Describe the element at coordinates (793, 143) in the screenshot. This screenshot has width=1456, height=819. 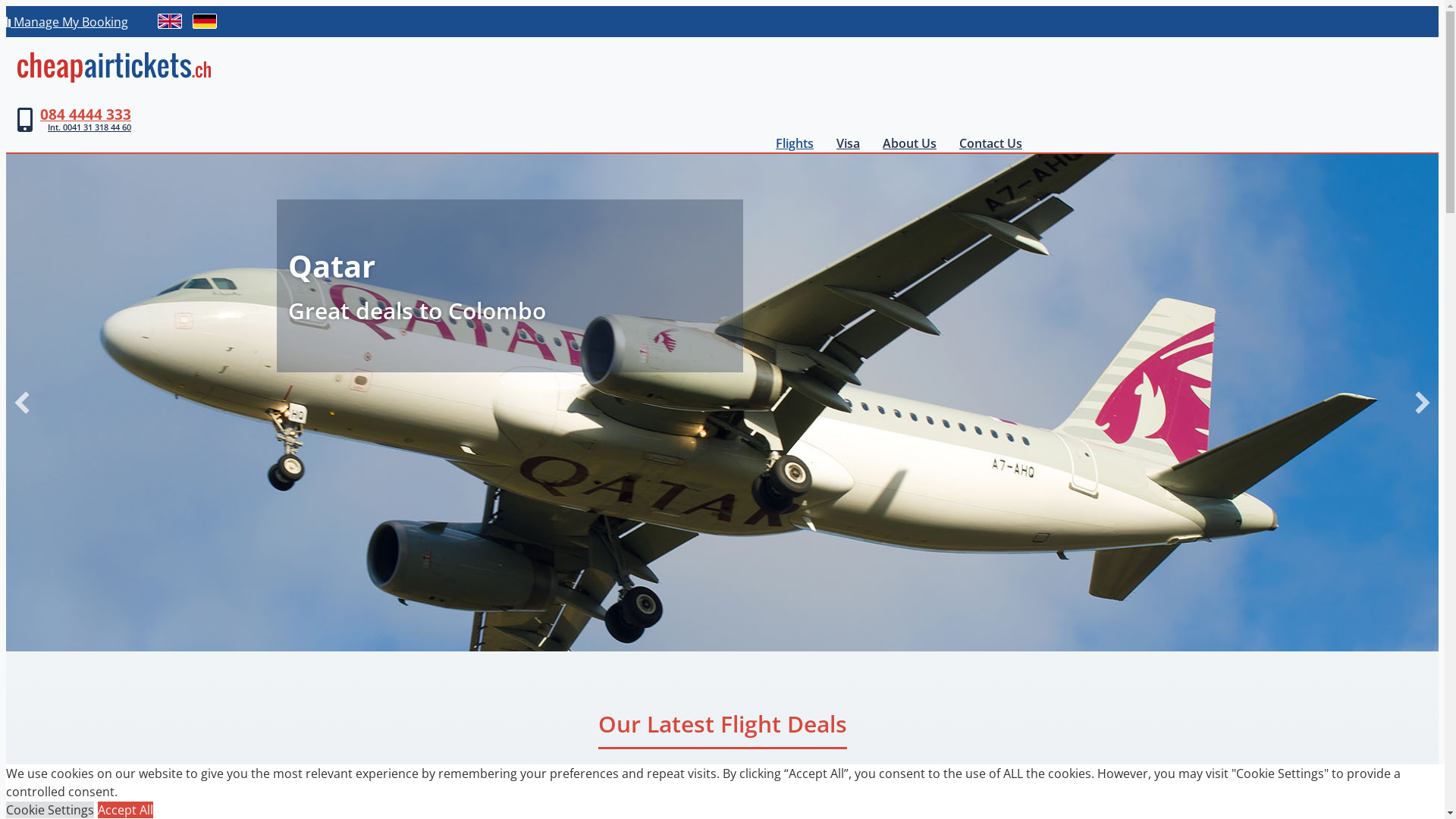
I see `'Flights'` at that location.